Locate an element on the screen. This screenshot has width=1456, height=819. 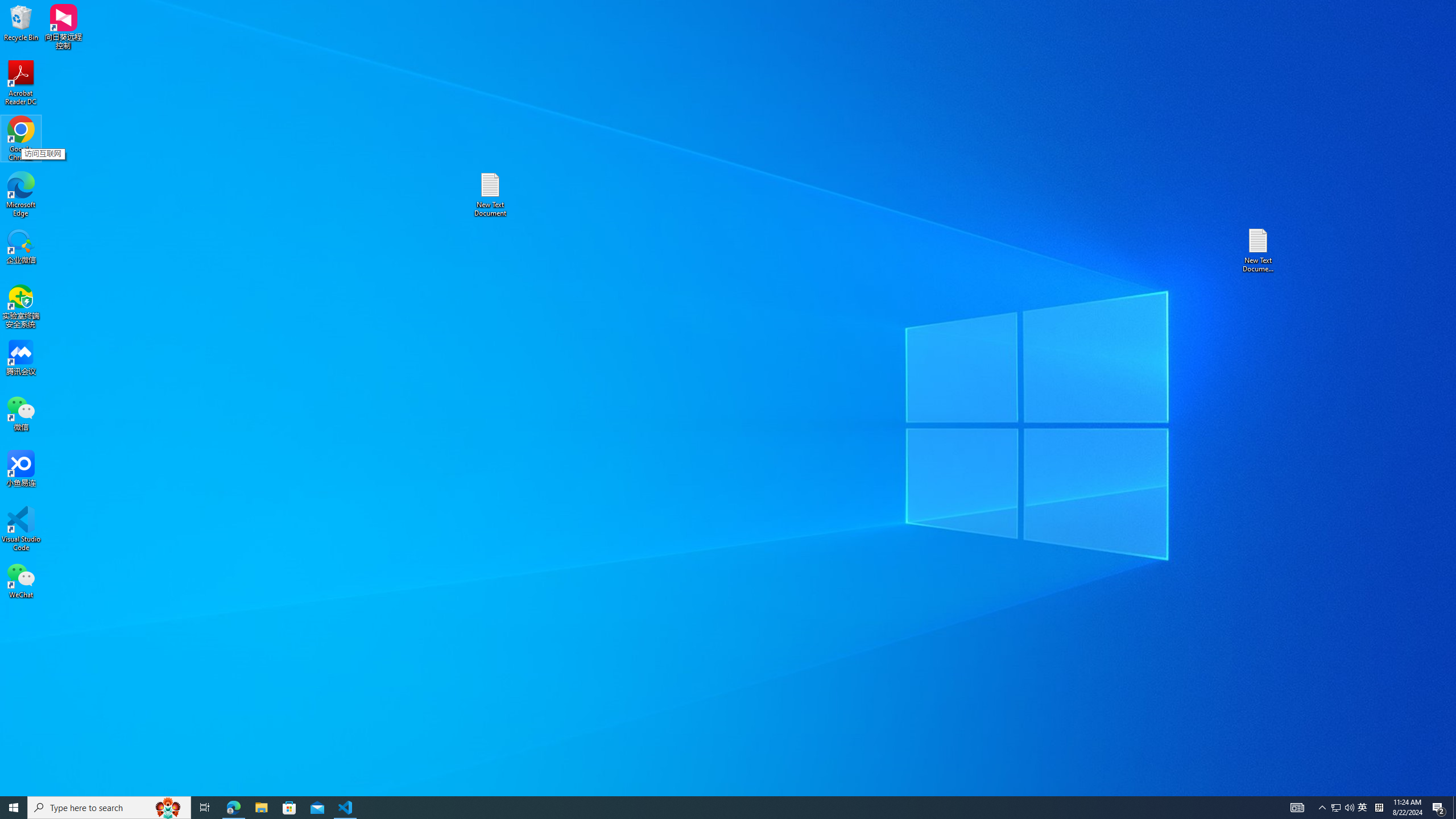
'Google Chrome' is located at coordinates (20, 139).